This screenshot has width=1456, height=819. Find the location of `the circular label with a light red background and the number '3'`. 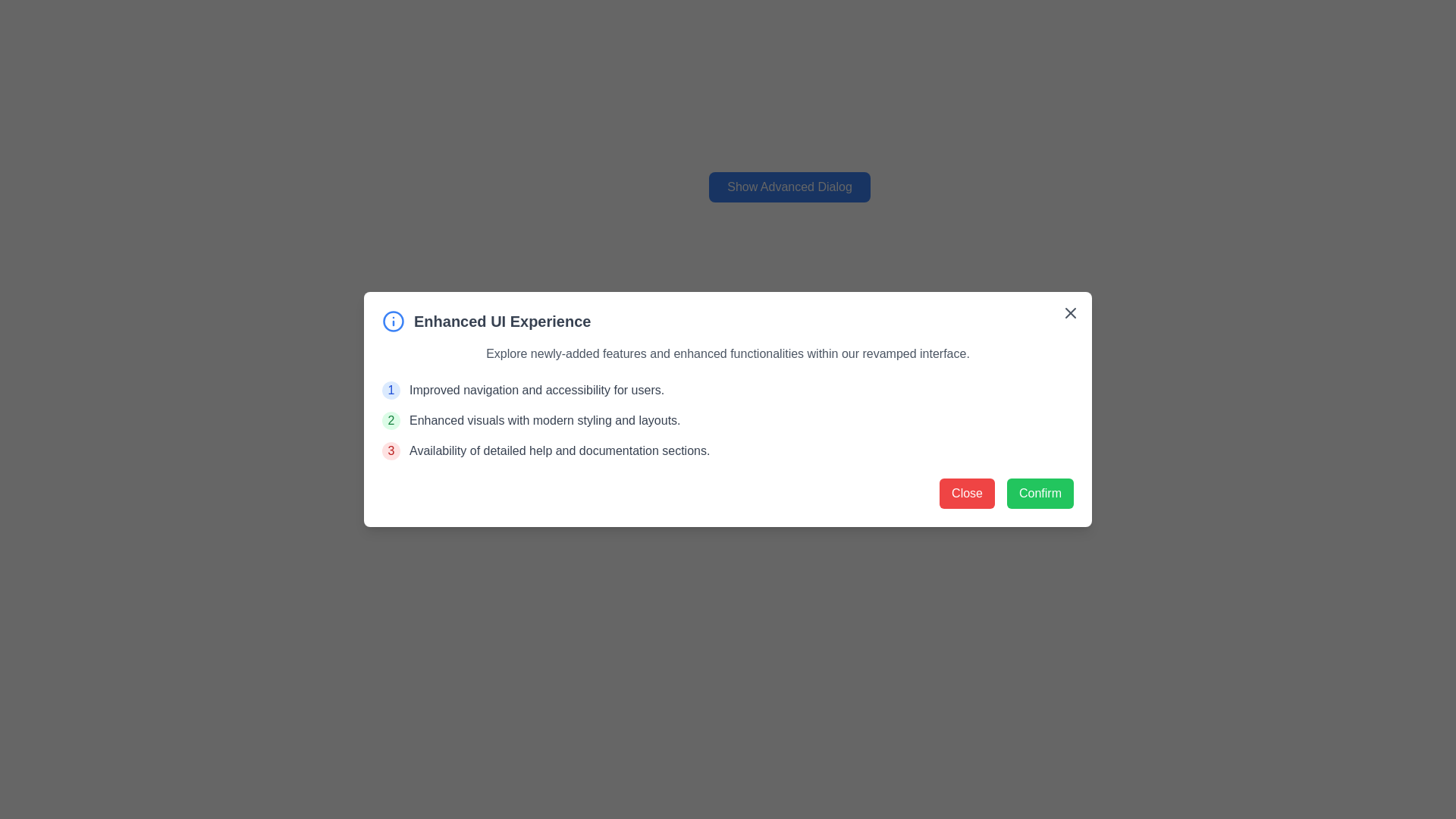

the circular label with a light red background and the number '3' is located at coordinates (391, 450).